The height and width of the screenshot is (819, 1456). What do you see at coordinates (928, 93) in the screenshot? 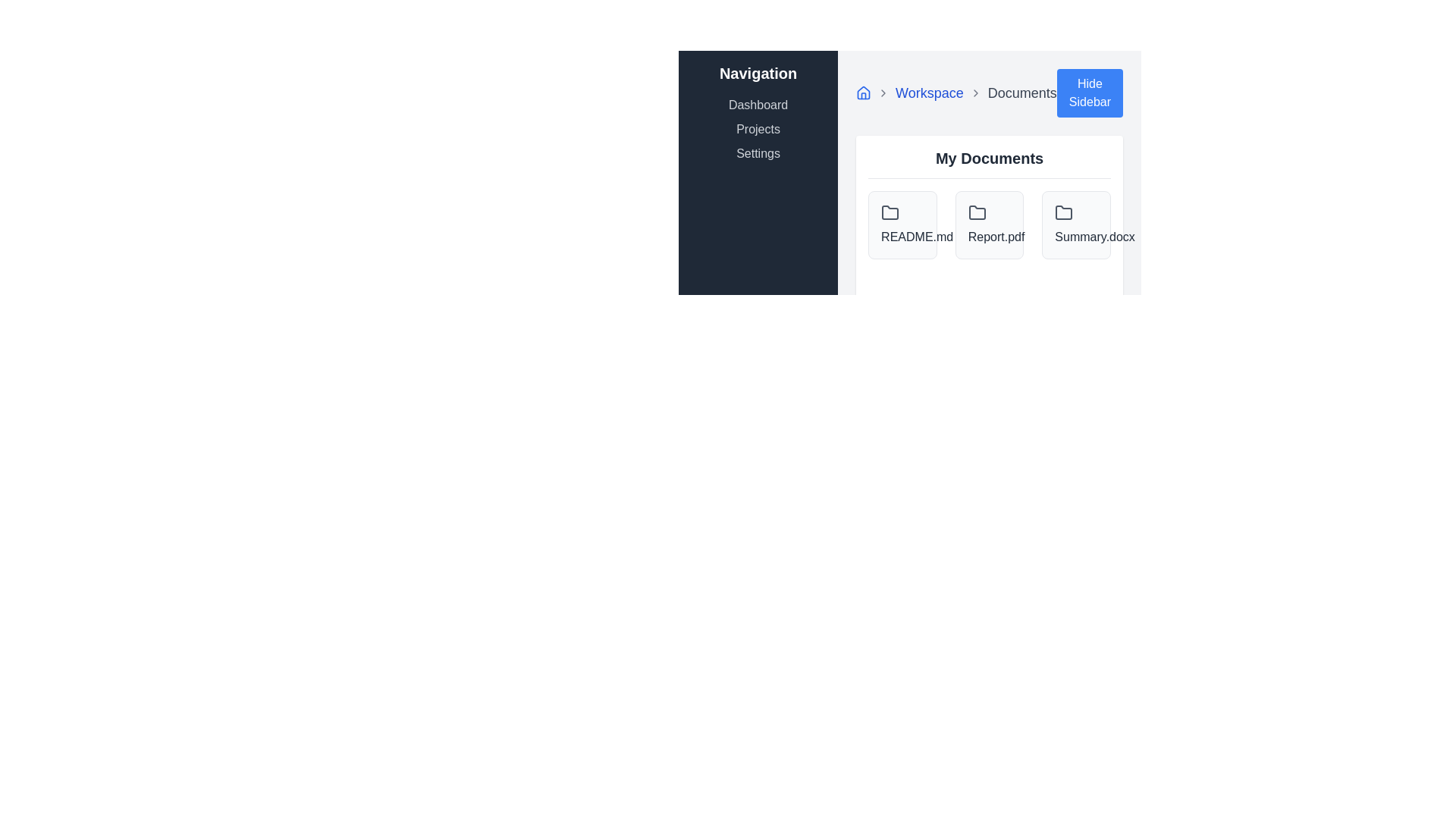
I see `the 'Workspace' text label in the breadcrumb navigation, which is styled with a blue font and located between the home icon and the label 'Documents'` at bounding box center [928, 93].